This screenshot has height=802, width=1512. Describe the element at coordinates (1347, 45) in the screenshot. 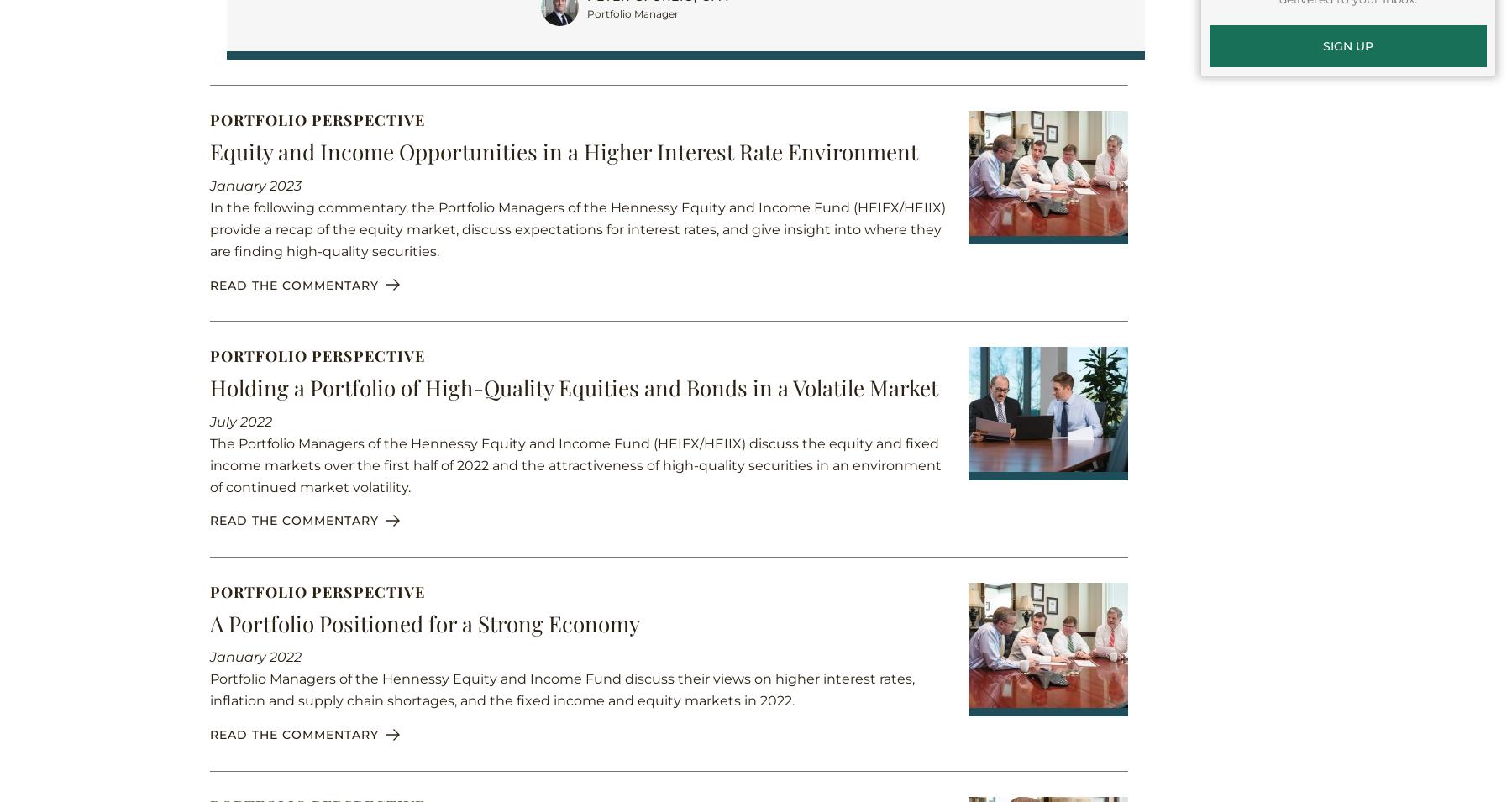

I see `'SIGN UP'` at that location.